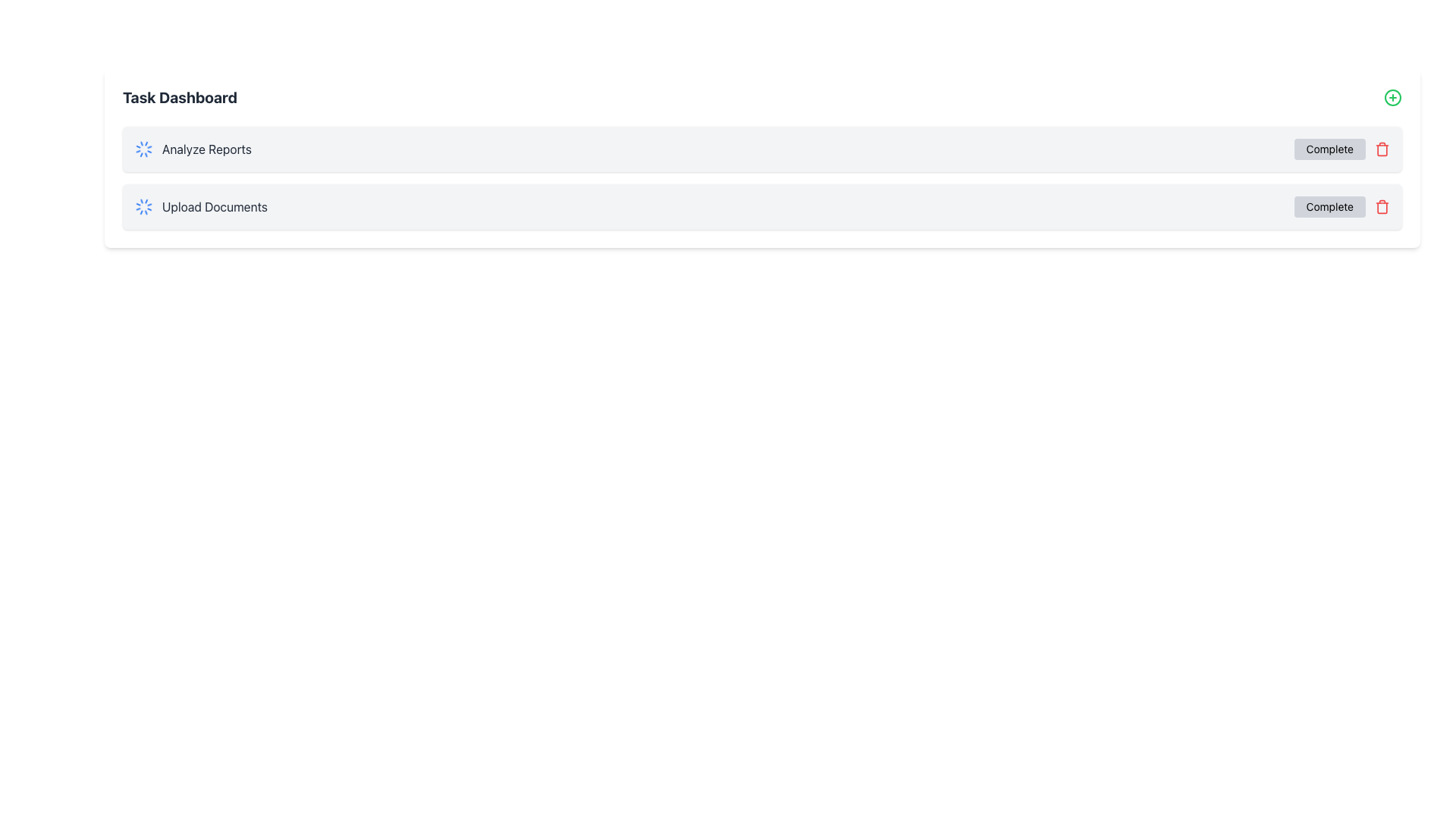  What do you see at coordinates (206, 149) in the screenshot?
I see `the 'Analyze Reports' text label in the 'Task Dashboard' section` at bounding box center [206, 149].